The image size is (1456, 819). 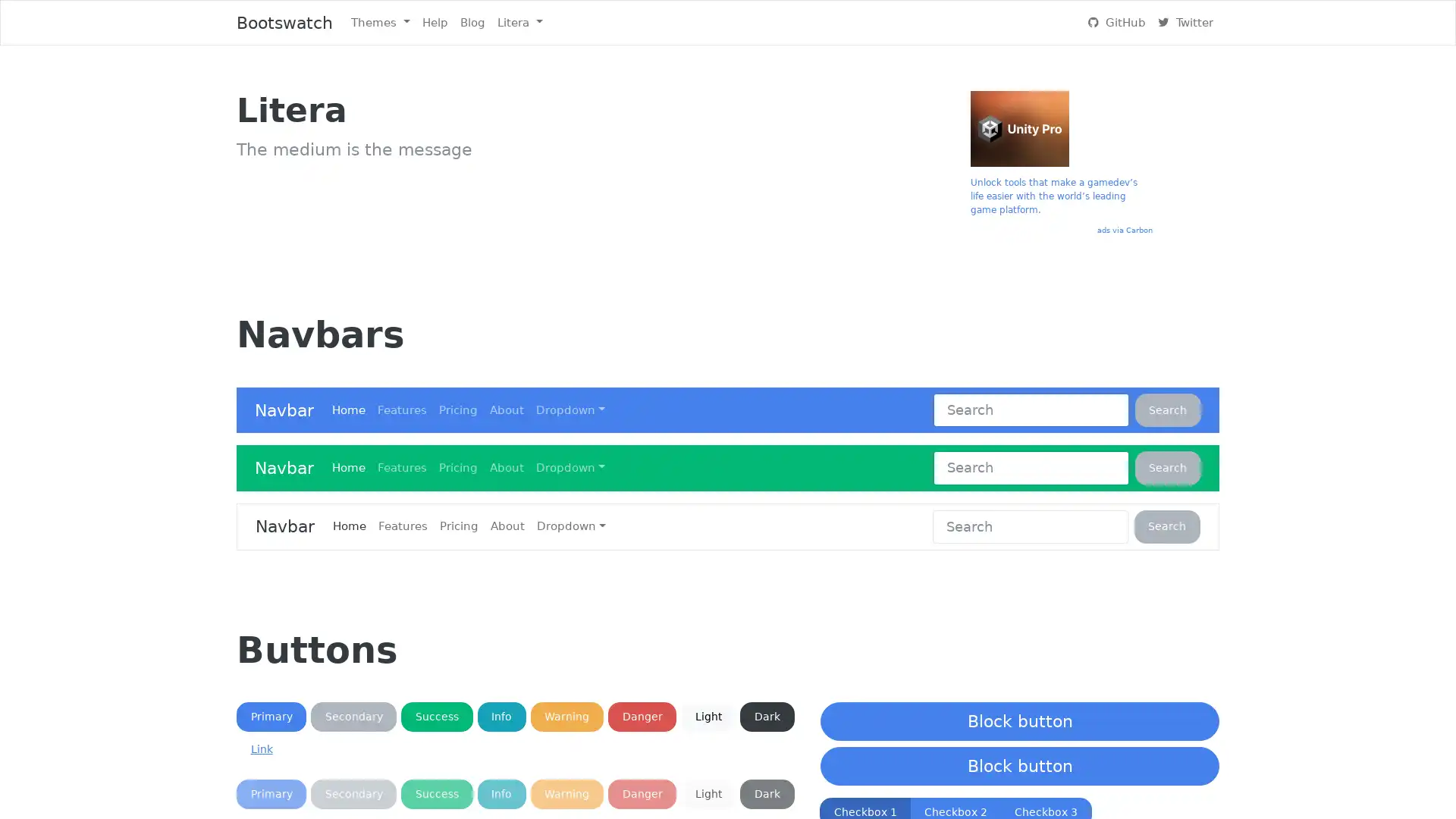 What do you see at coordinates (767, 717) in the screenshot?
I see `Dark` at bounding box center [767, 717].